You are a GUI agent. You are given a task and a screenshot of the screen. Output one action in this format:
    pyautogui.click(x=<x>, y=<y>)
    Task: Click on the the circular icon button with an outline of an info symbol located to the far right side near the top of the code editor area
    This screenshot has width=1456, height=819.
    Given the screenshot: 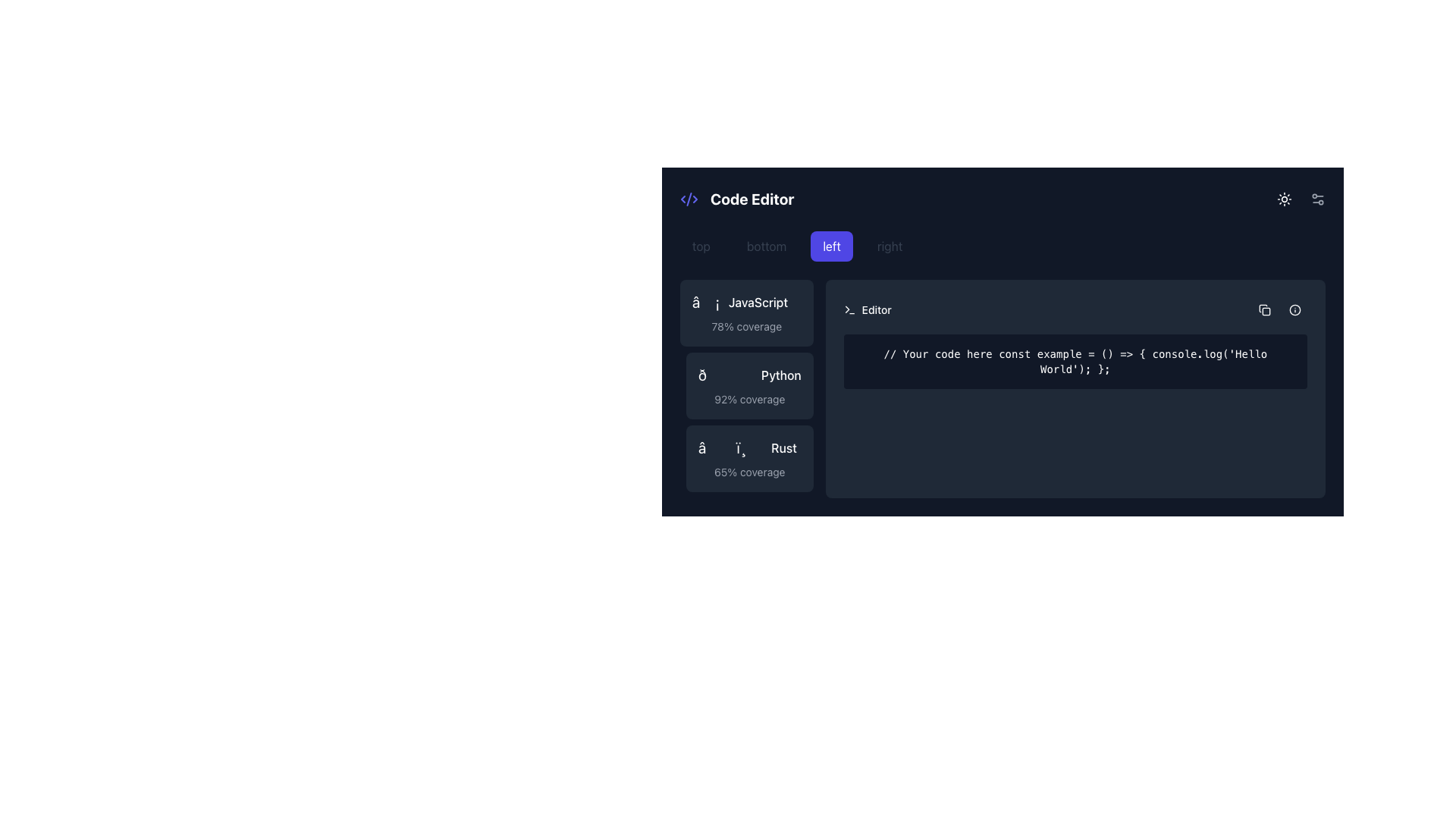 What is the action you would take?
    pyautogui.click(x=1294, y=309)
    